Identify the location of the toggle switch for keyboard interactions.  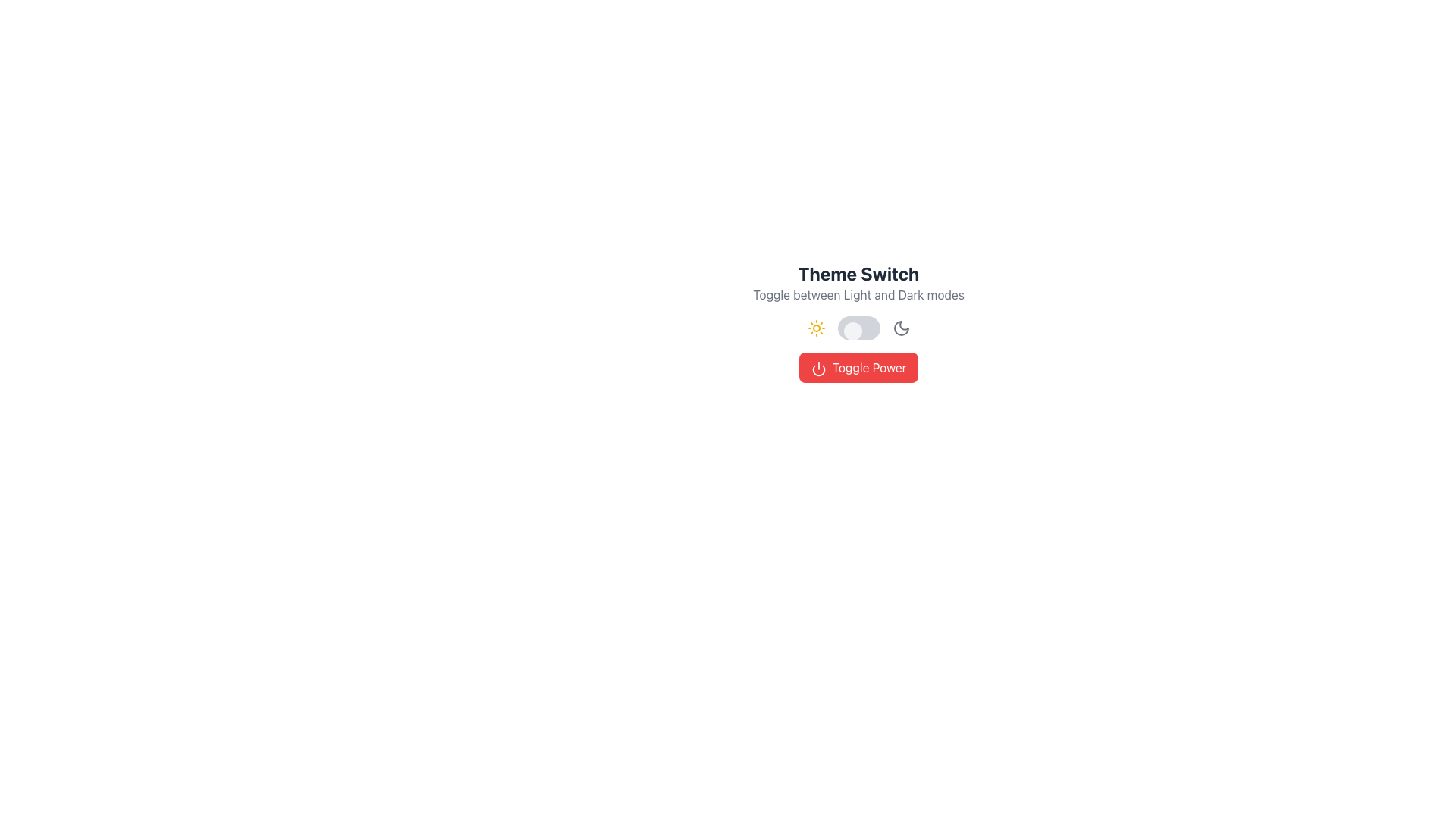
(858, 327).